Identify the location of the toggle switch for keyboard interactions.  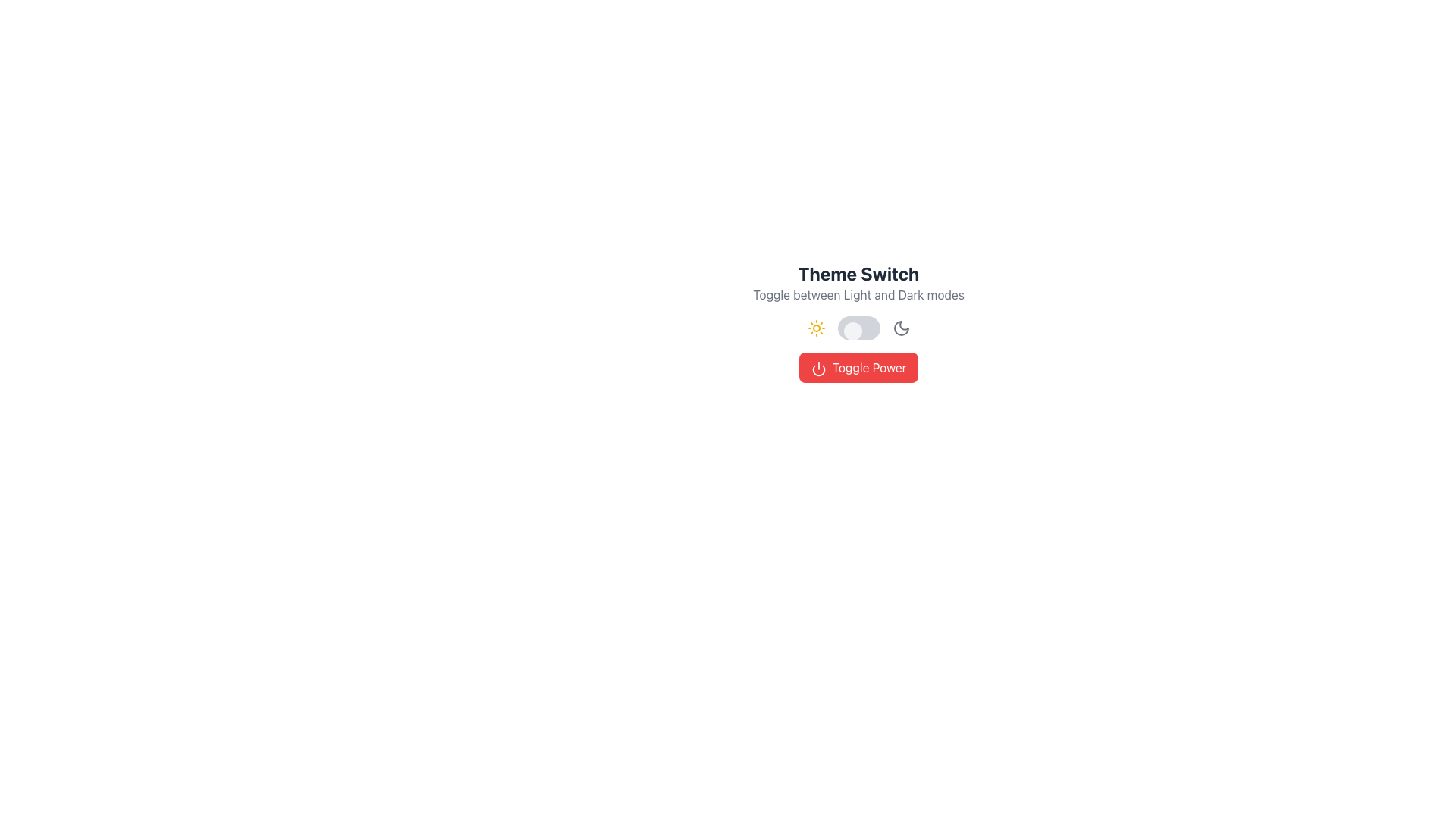
(858, 327).